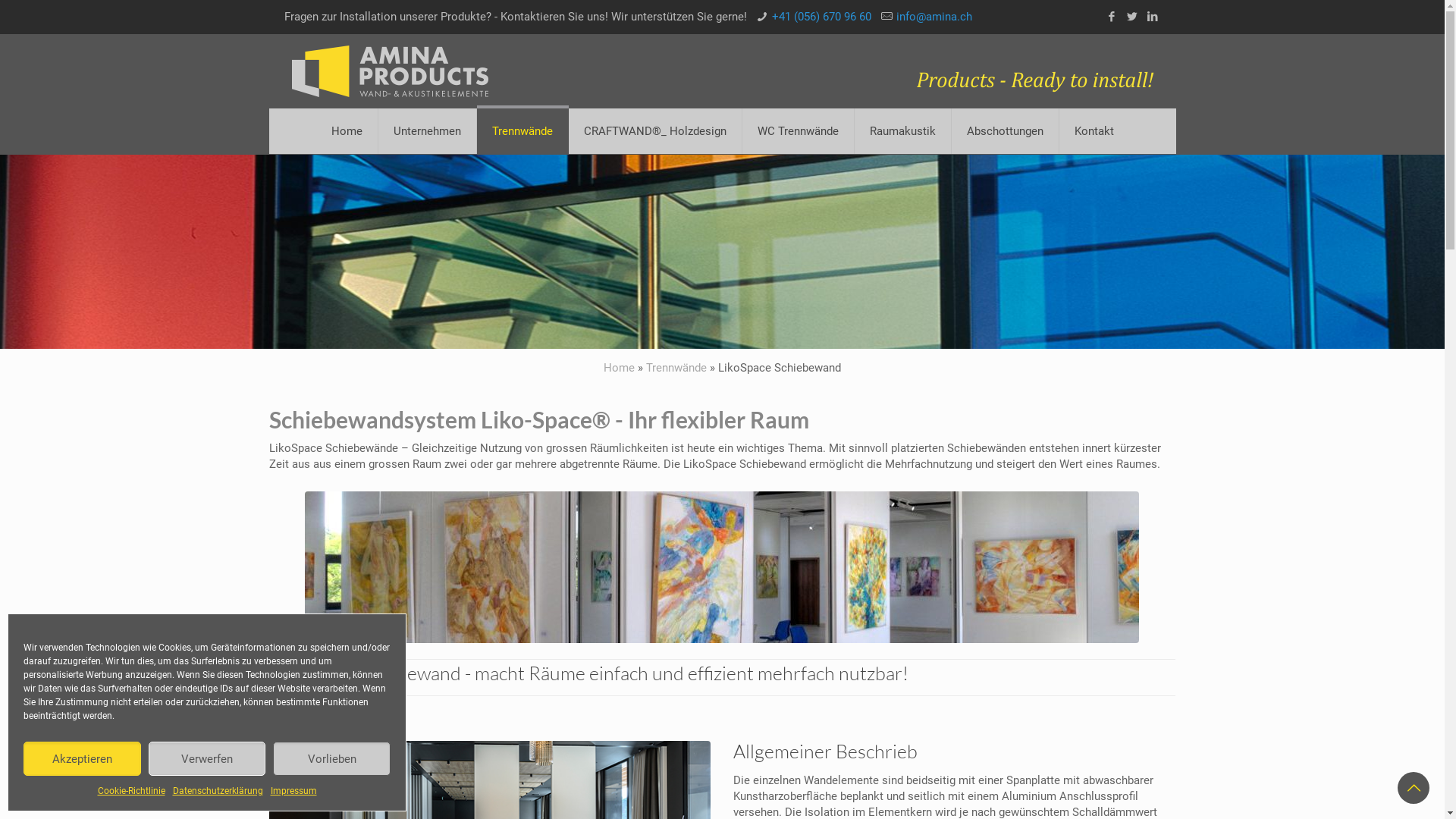 This screenshot has width=1456, height=819. I want to click on 'Facebook', so click(1112, 17).